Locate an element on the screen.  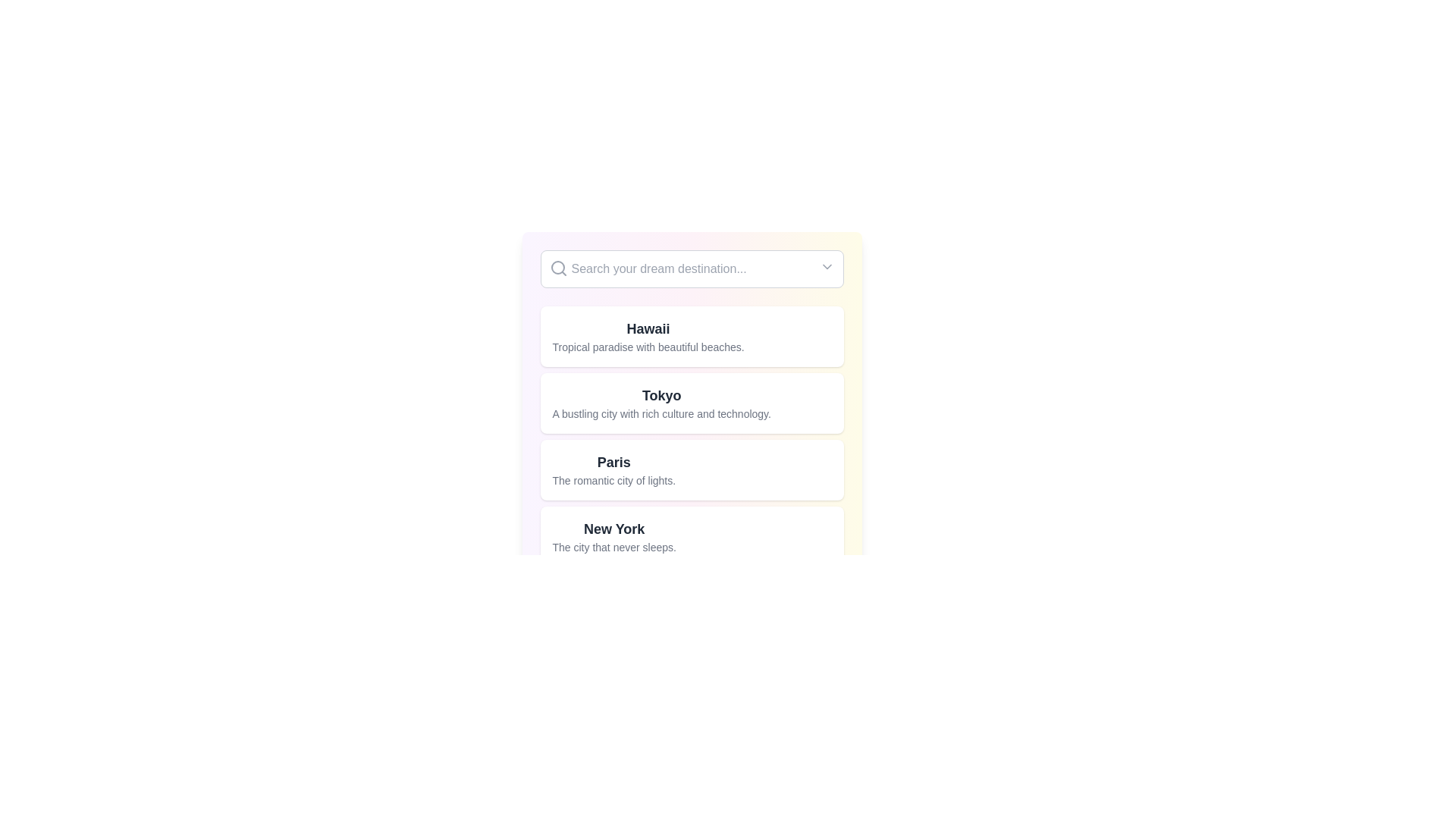
the search icon located at the left portion of the search bar to prompt a tooltip or highlight effect is located at coordinates (557, 268).